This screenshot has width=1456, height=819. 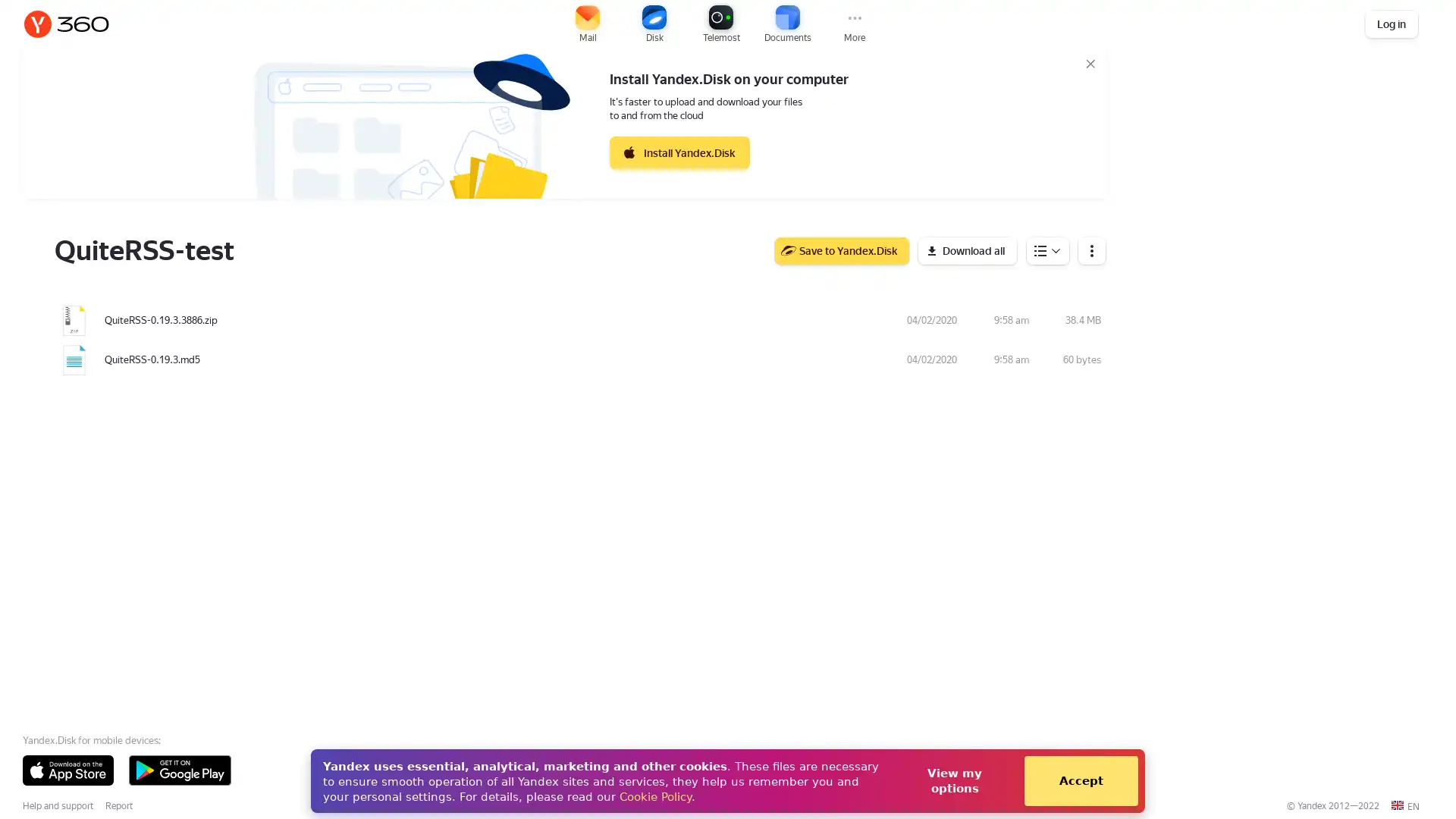 I want to click on Accept, so click(x=1080, y=780).